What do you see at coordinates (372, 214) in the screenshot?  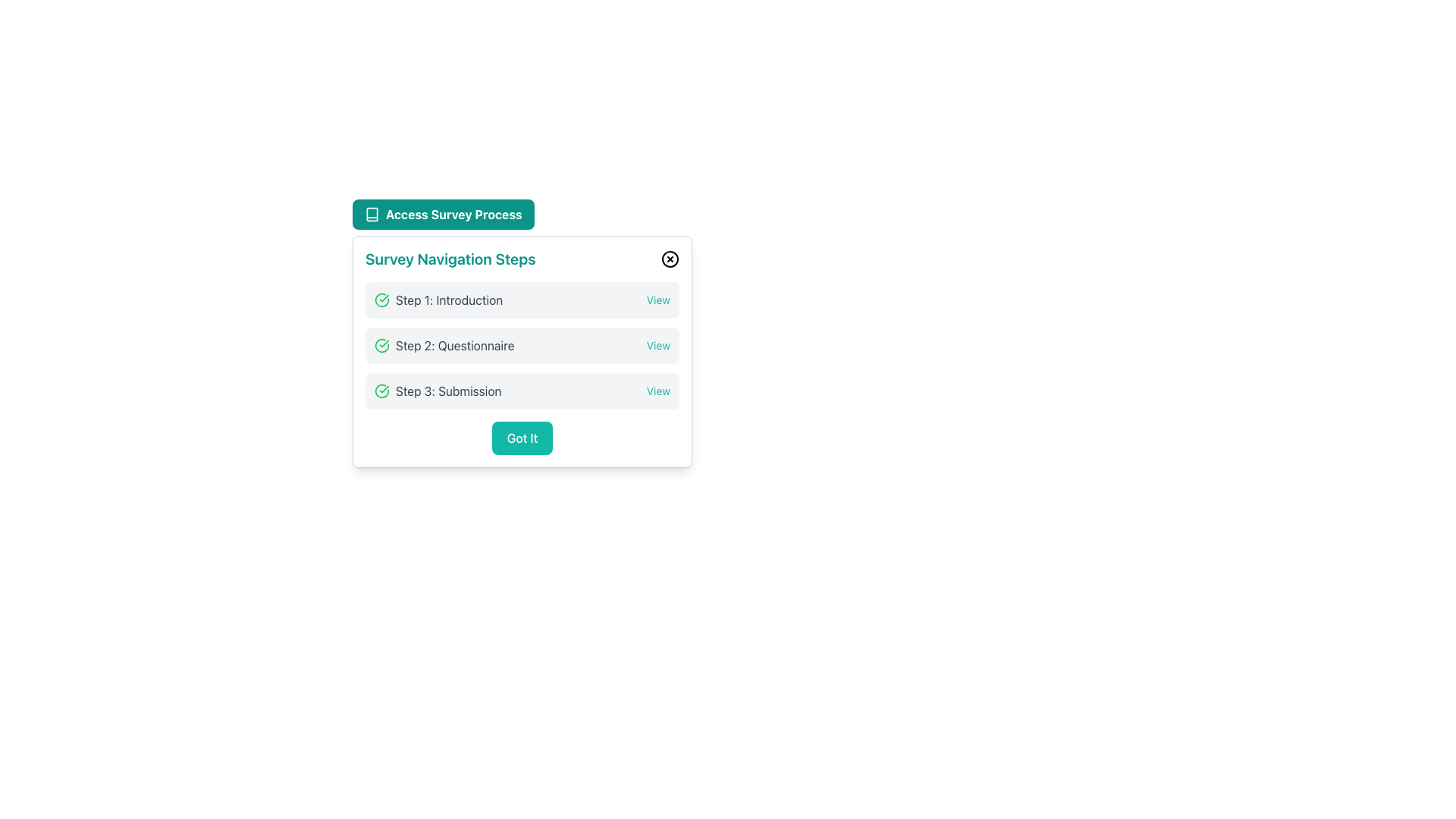 I see `the minimalistic book icon located at the left edge of the teal button labeled 'Access Survey Process'` at bounding box center [372, 214].